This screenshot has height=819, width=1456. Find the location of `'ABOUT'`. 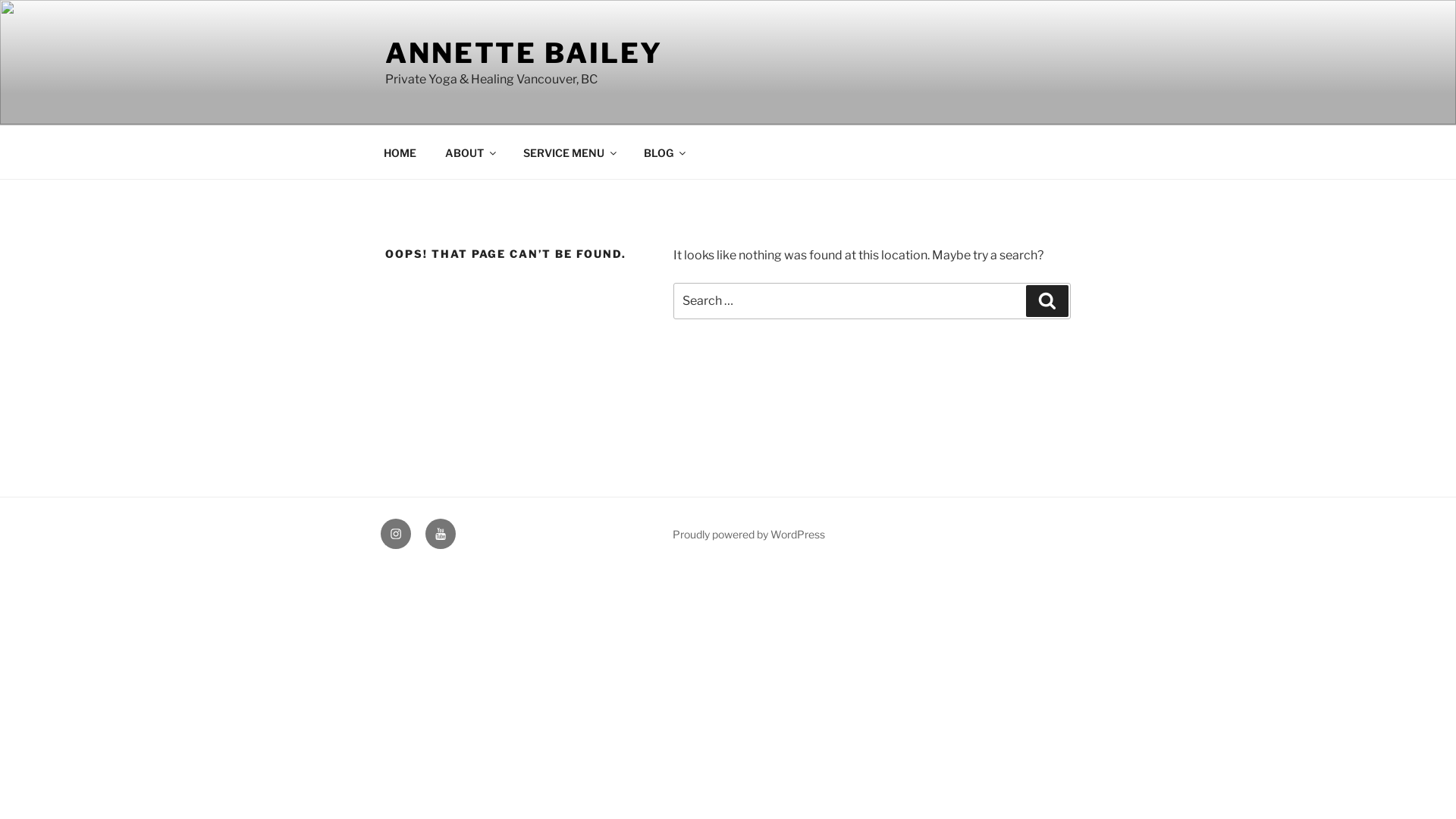

'ABOUT' is located at coordinates (469, 152).